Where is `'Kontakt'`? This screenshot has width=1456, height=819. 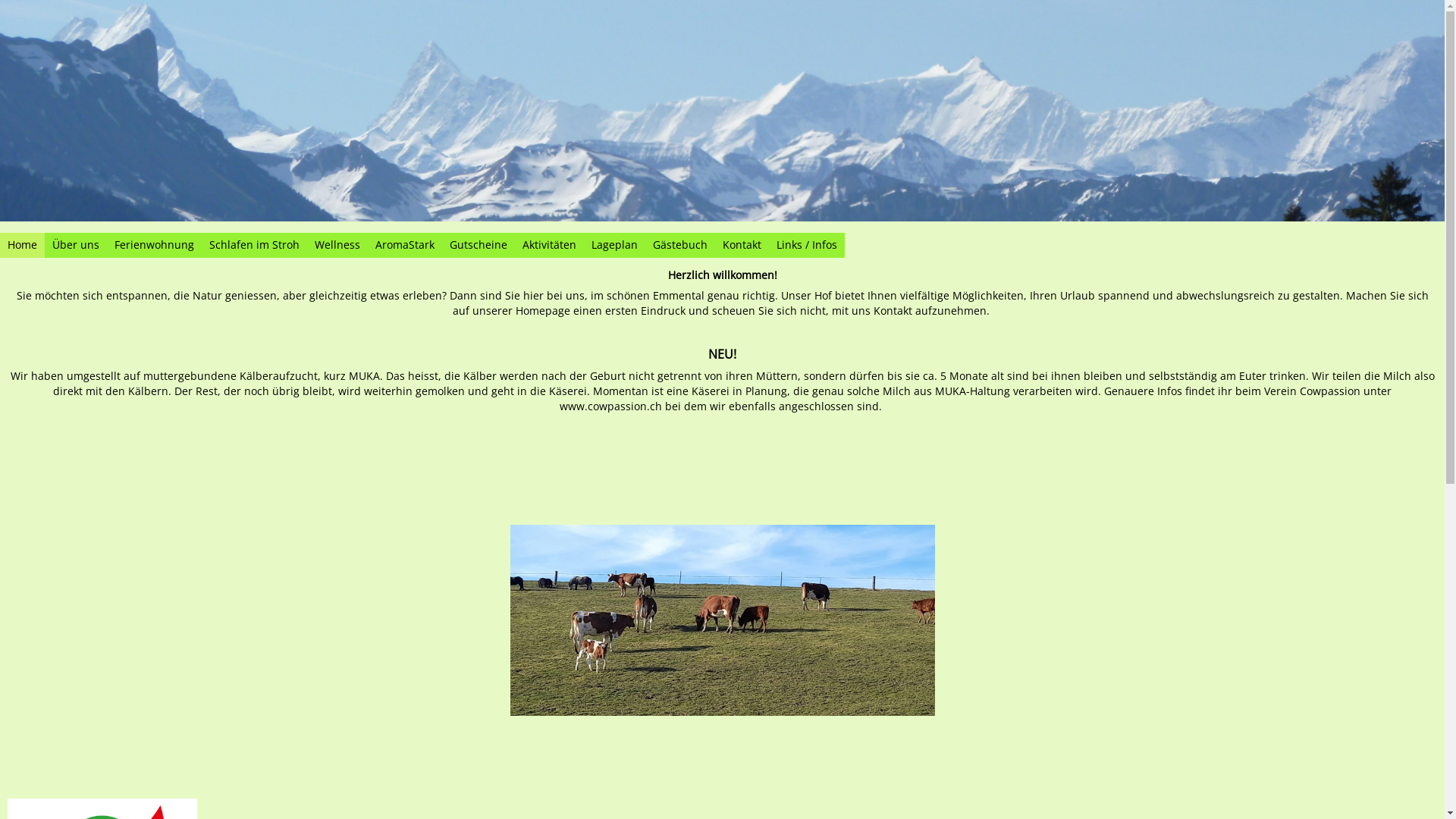 'Kontakt' is located at coordinates (742, 244).